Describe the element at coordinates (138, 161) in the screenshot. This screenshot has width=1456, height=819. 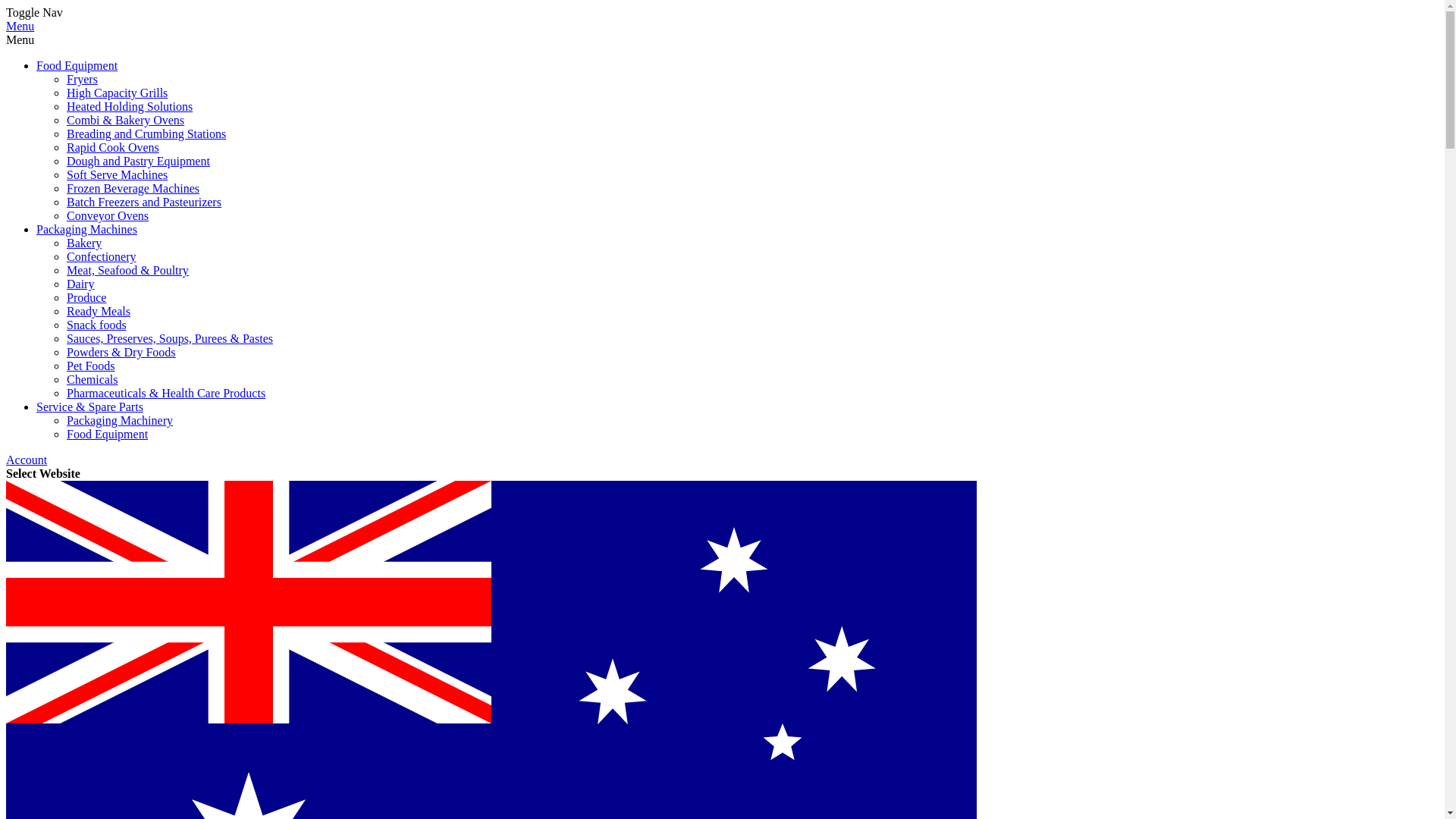
I see `'Dough and Pastry Equipment'` at that location.